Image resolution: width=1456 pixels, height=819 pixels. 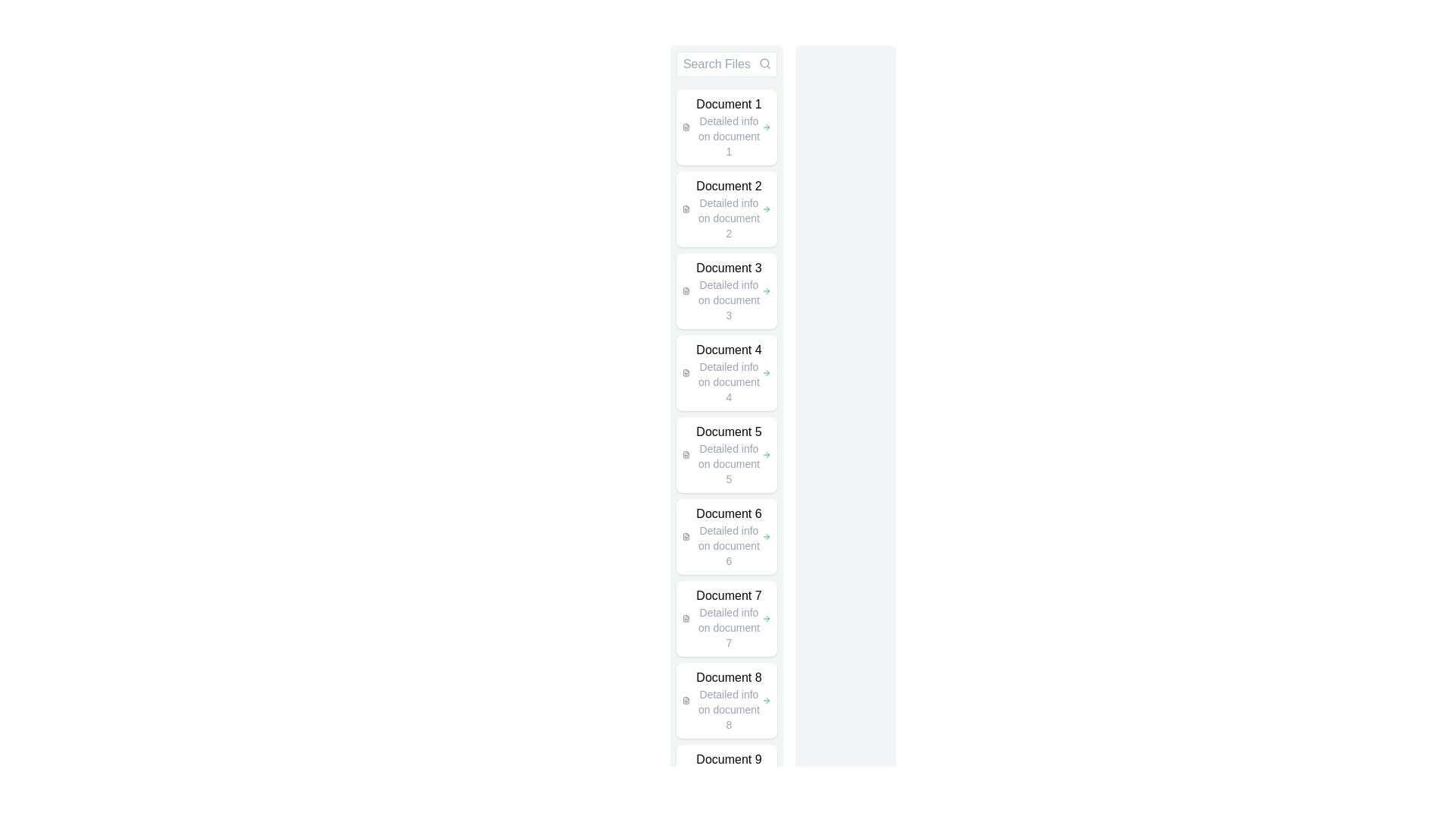 What do you see at coordinates (764, 62) in the screenshot?
I see `the decorative SVG Circle that represents the lens portion of the search icon located at the upper-right corner of the 'Search Files' input field` at bounding box center [764, 62].